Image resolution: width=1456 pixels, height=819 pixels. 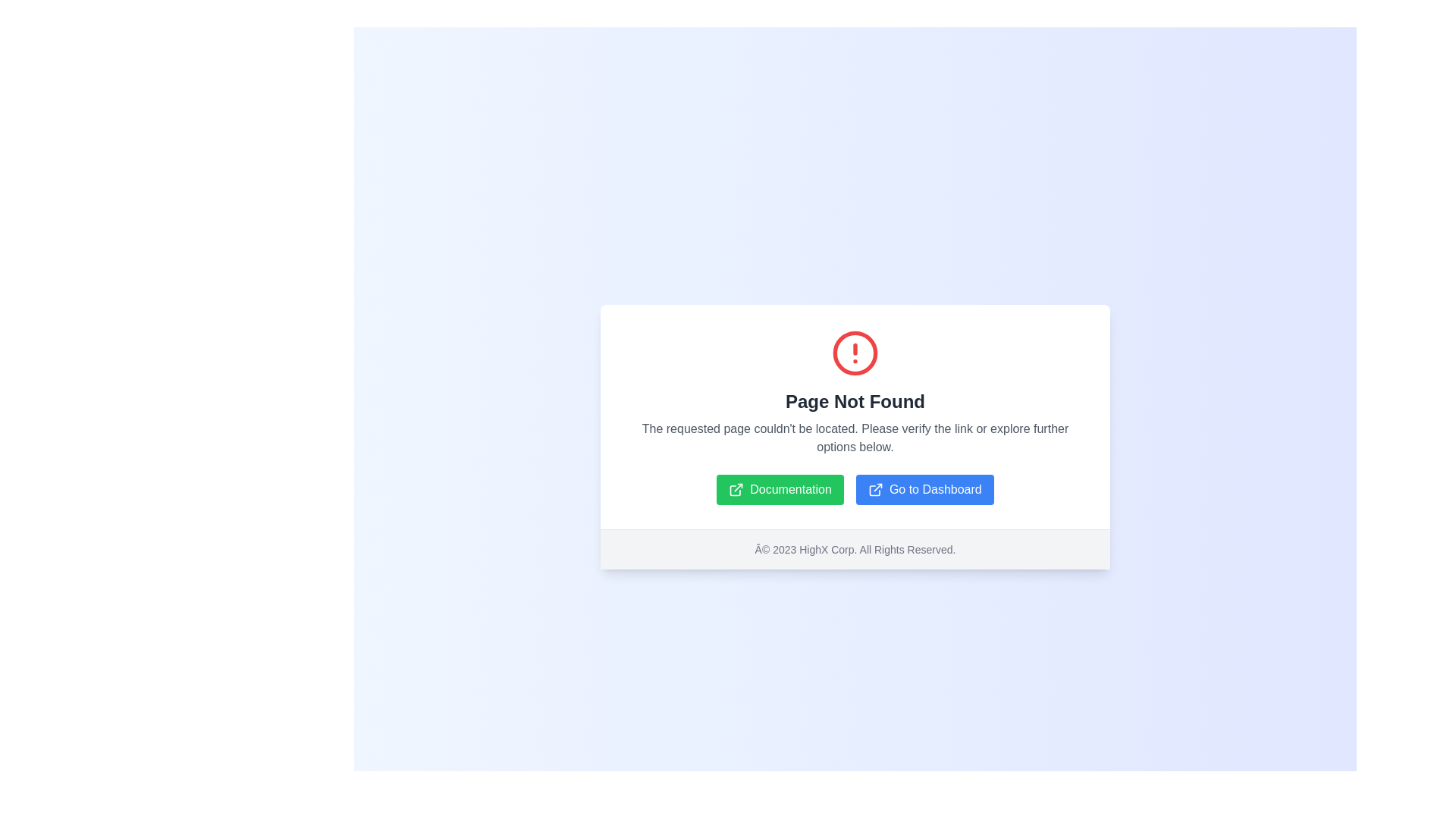 I want to click on the text display element that shows 'The requested page couldn't be located. Please verify the link or explore further options below.', so click(x=855, y=438).